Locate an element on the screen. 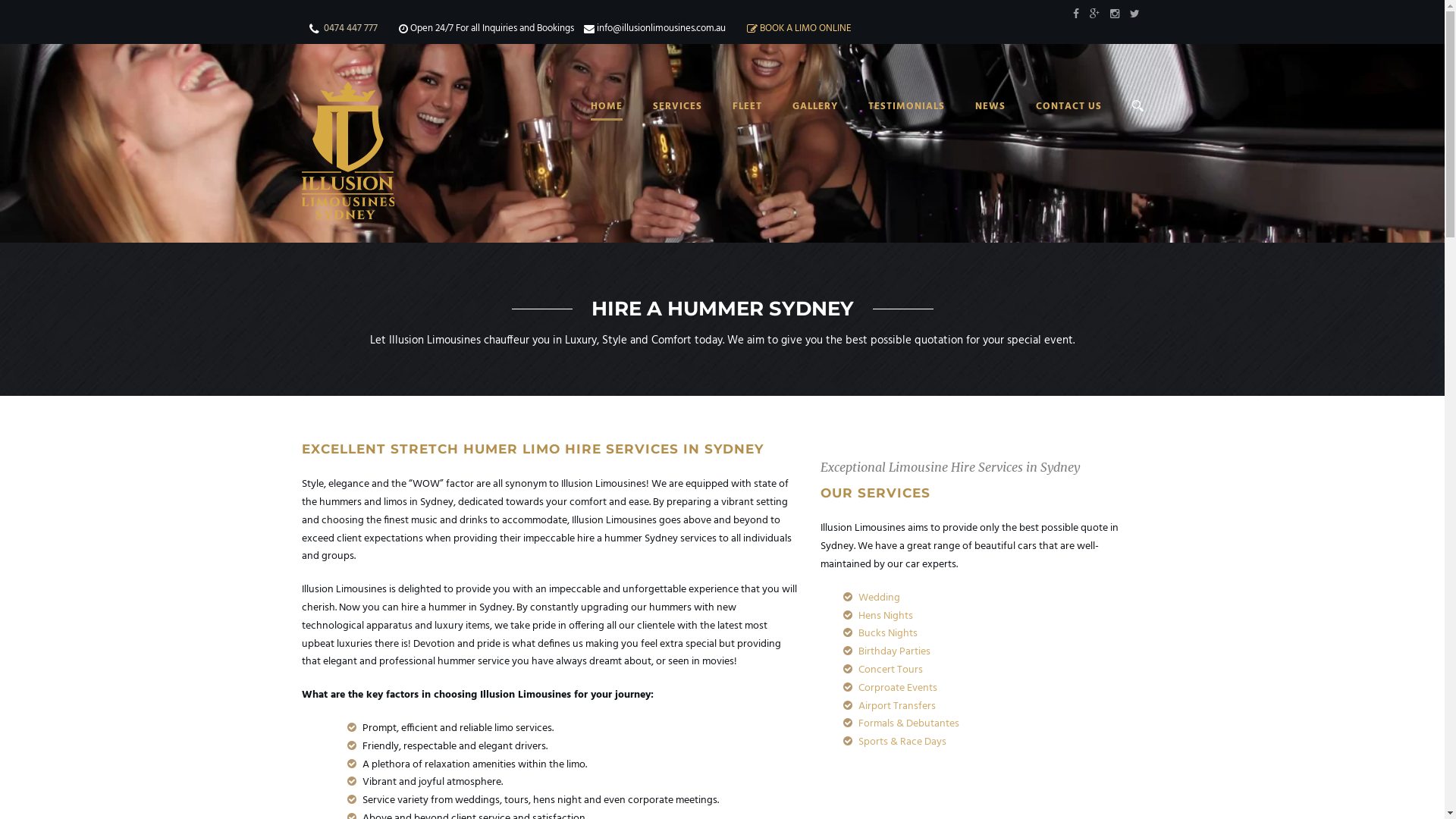 This screenshot has height=819, width=1456. 'TESTIMONIALS' is located at coordinates (890, 123).